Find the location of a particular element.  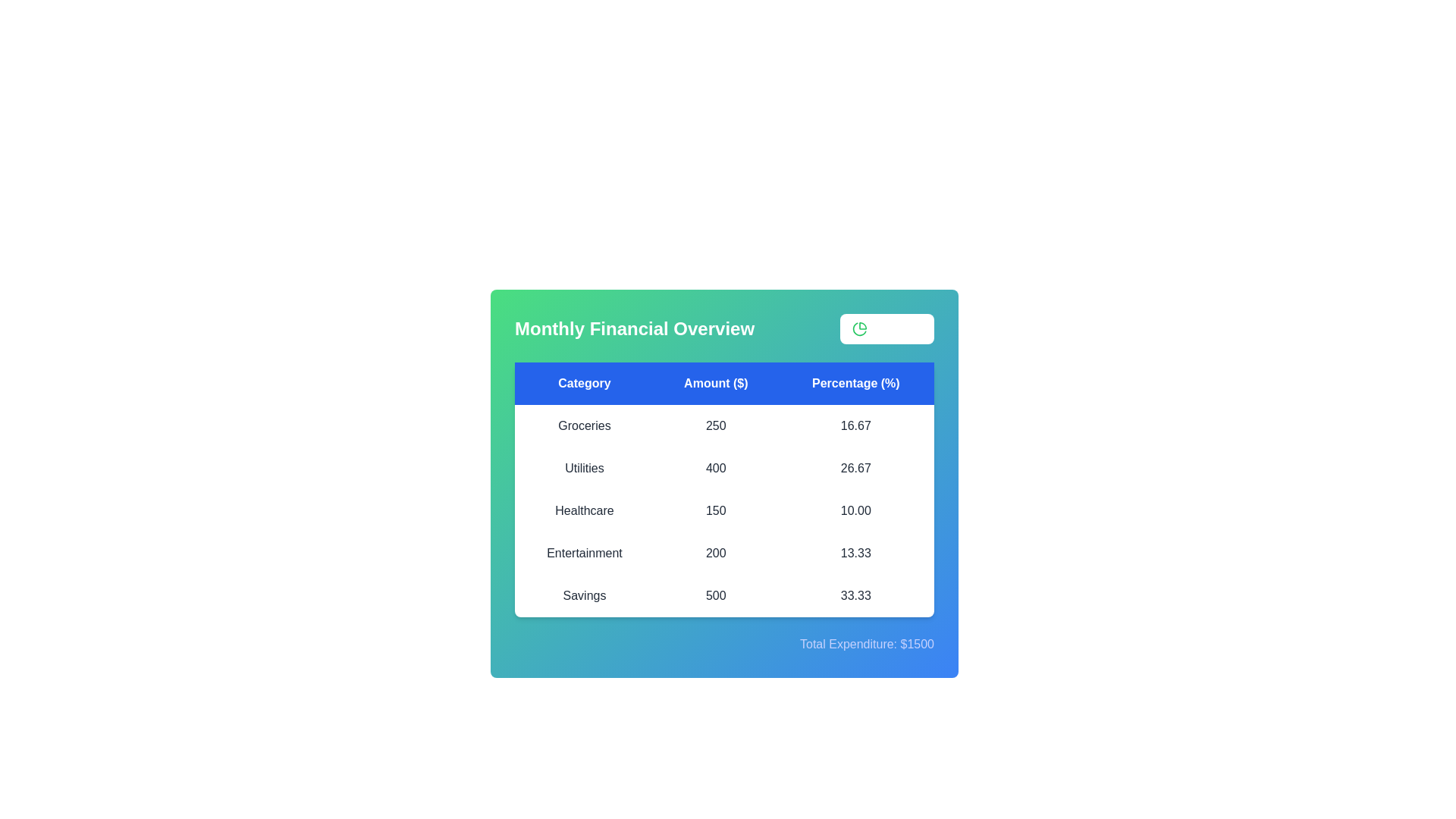

the percentage value for the category Utilities is located at coordinates (855, 467).